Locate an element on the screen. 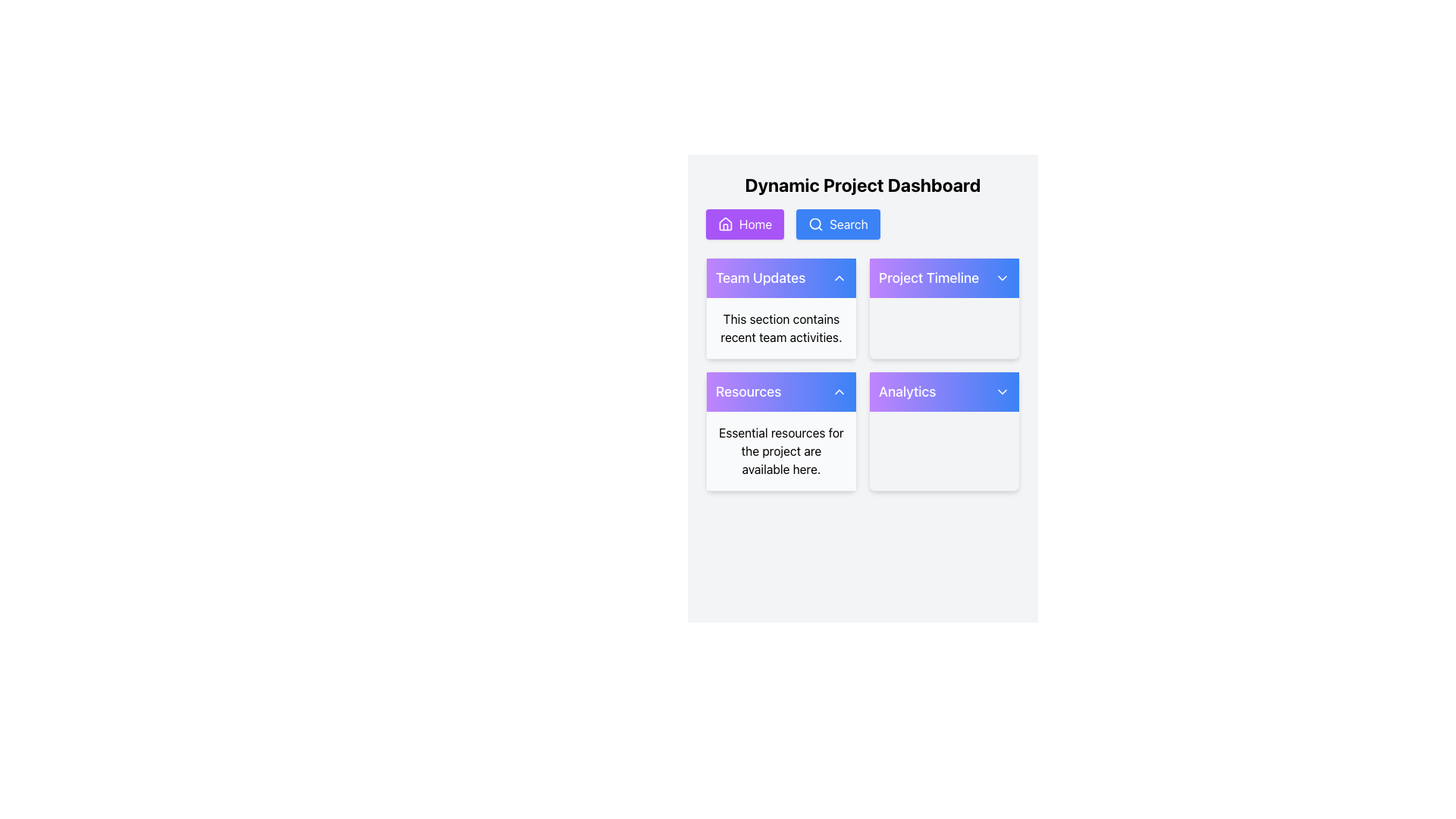  the text block with light gray background that contains the phrase 'Essential resources for the project are available here.' located at the lower section of the 'Resources' card is located at coordinates (781, 450).